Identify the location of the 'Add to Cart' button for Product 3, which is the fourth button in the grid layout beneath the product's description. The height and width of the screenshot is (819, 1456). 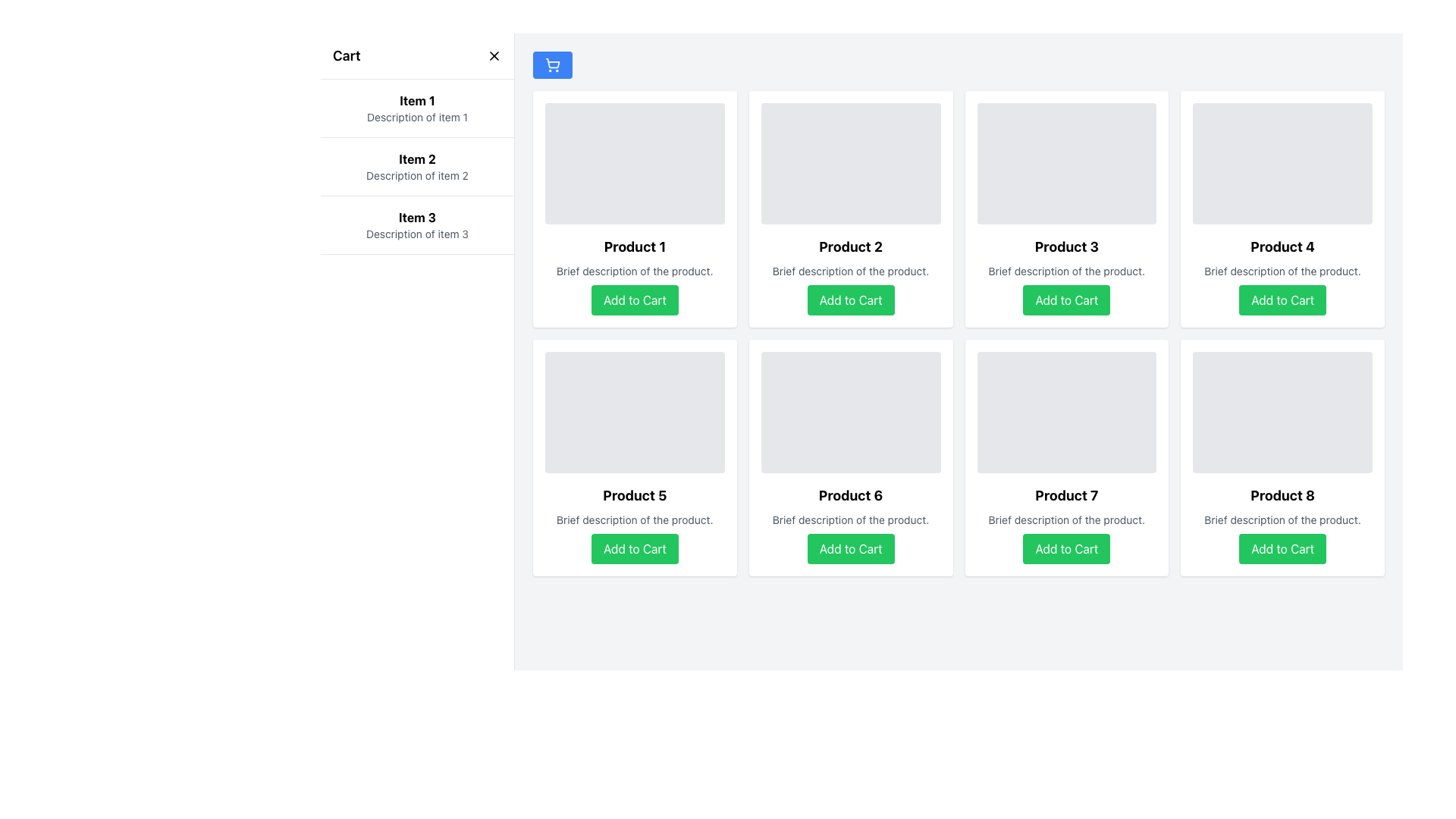
(1065, 300).